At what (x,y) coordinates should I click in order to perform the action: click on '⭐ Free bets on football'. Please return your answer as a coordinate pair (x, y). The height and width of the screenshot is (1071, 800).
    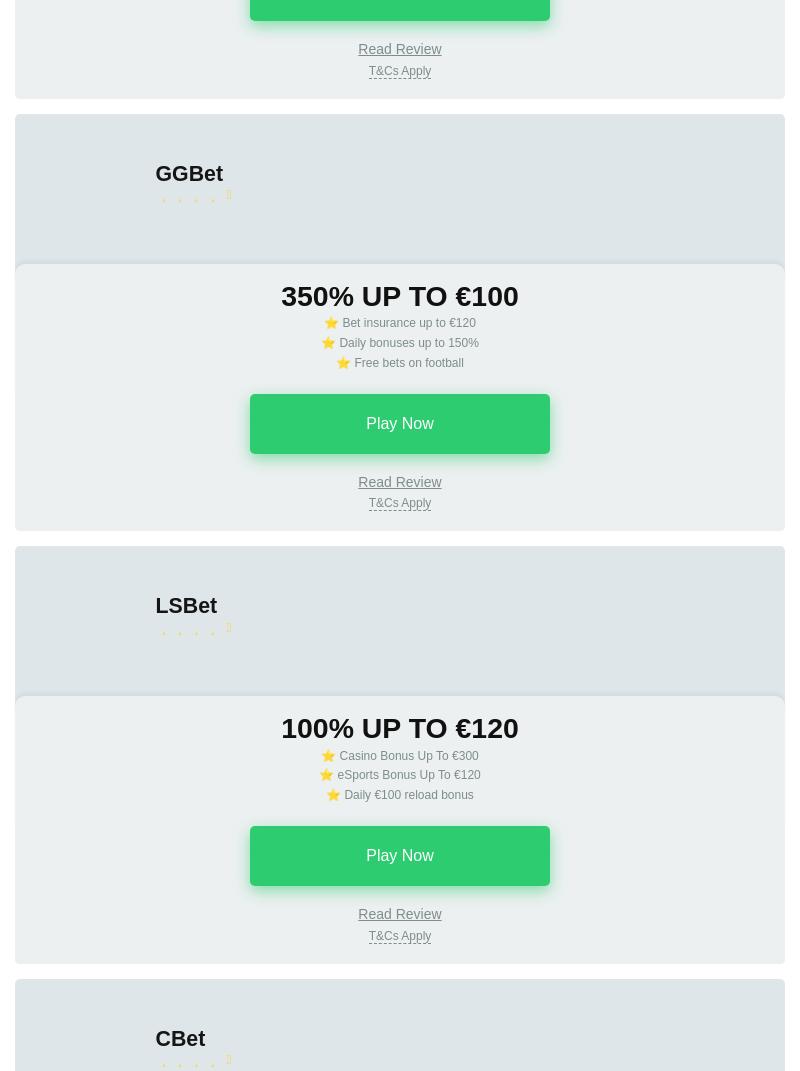
    Looking at the image, I should click on (398, 360).